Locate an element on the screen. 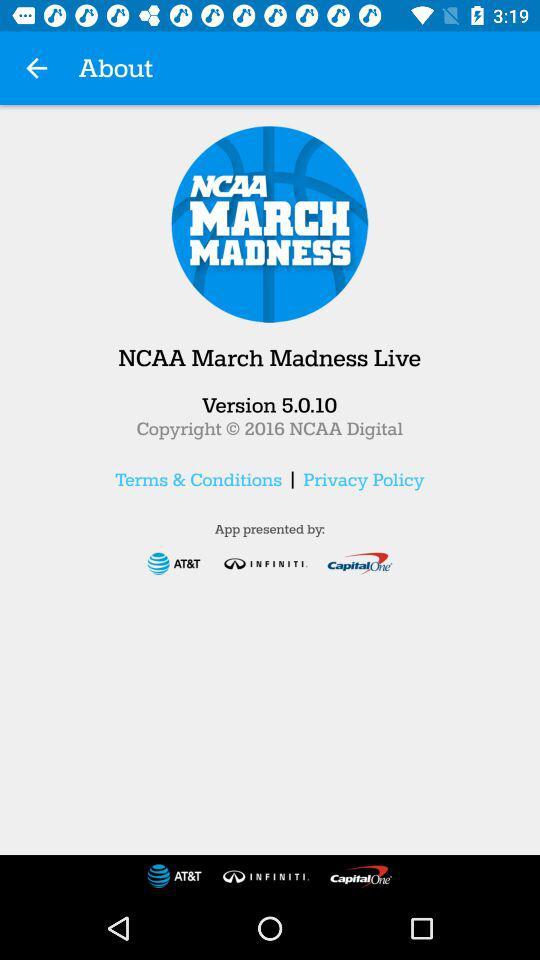 This screenshot has height=960, width=540. the logos which are in the bottom is located at coordinates (270, 875).